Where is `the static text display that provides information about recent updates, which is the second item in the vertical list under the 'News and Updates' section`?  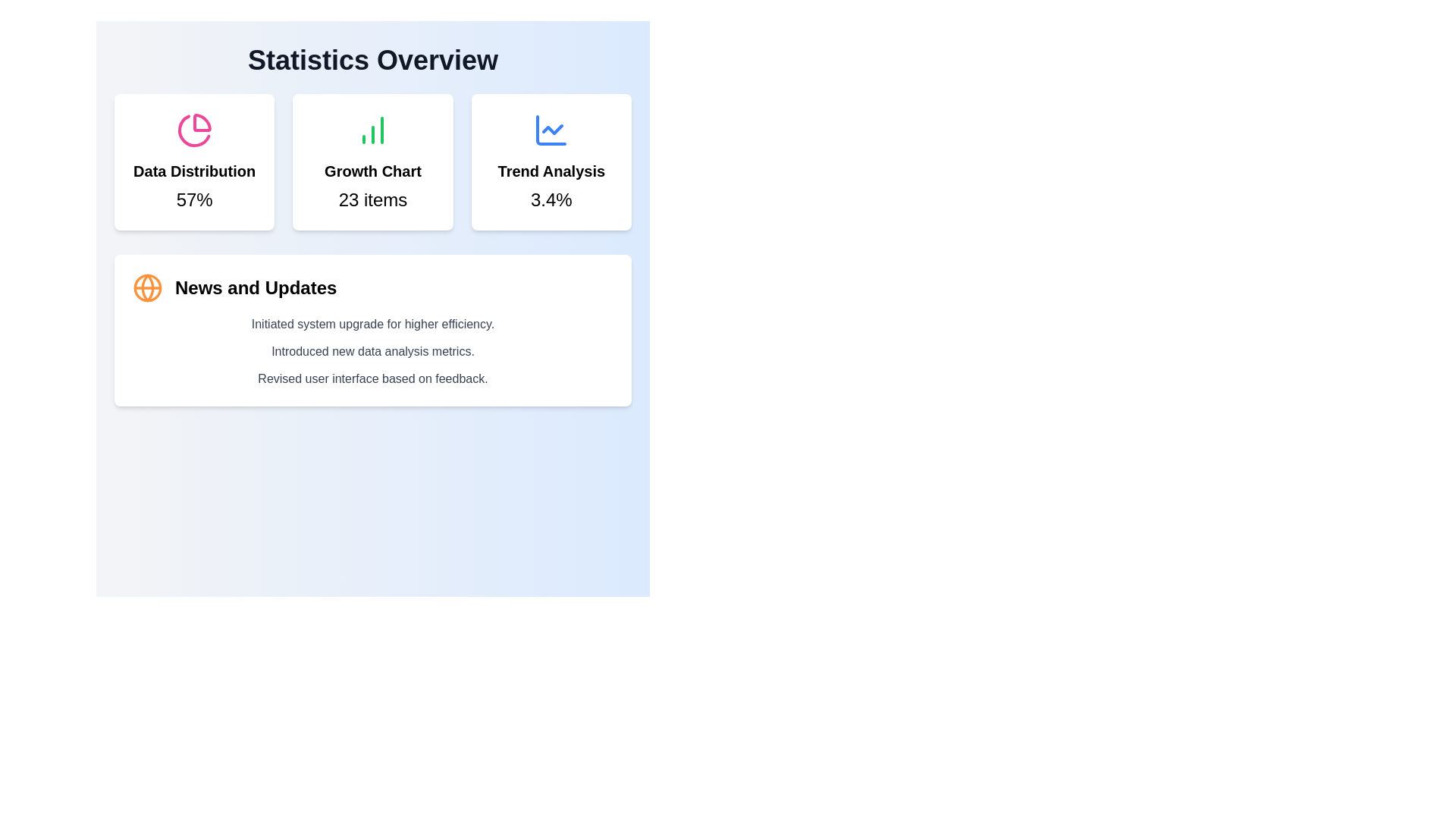 the static text display that provides information about recent updates, which is the second item in the vertical list under the 'News and Updates' section is located at coordinates (372, 351).